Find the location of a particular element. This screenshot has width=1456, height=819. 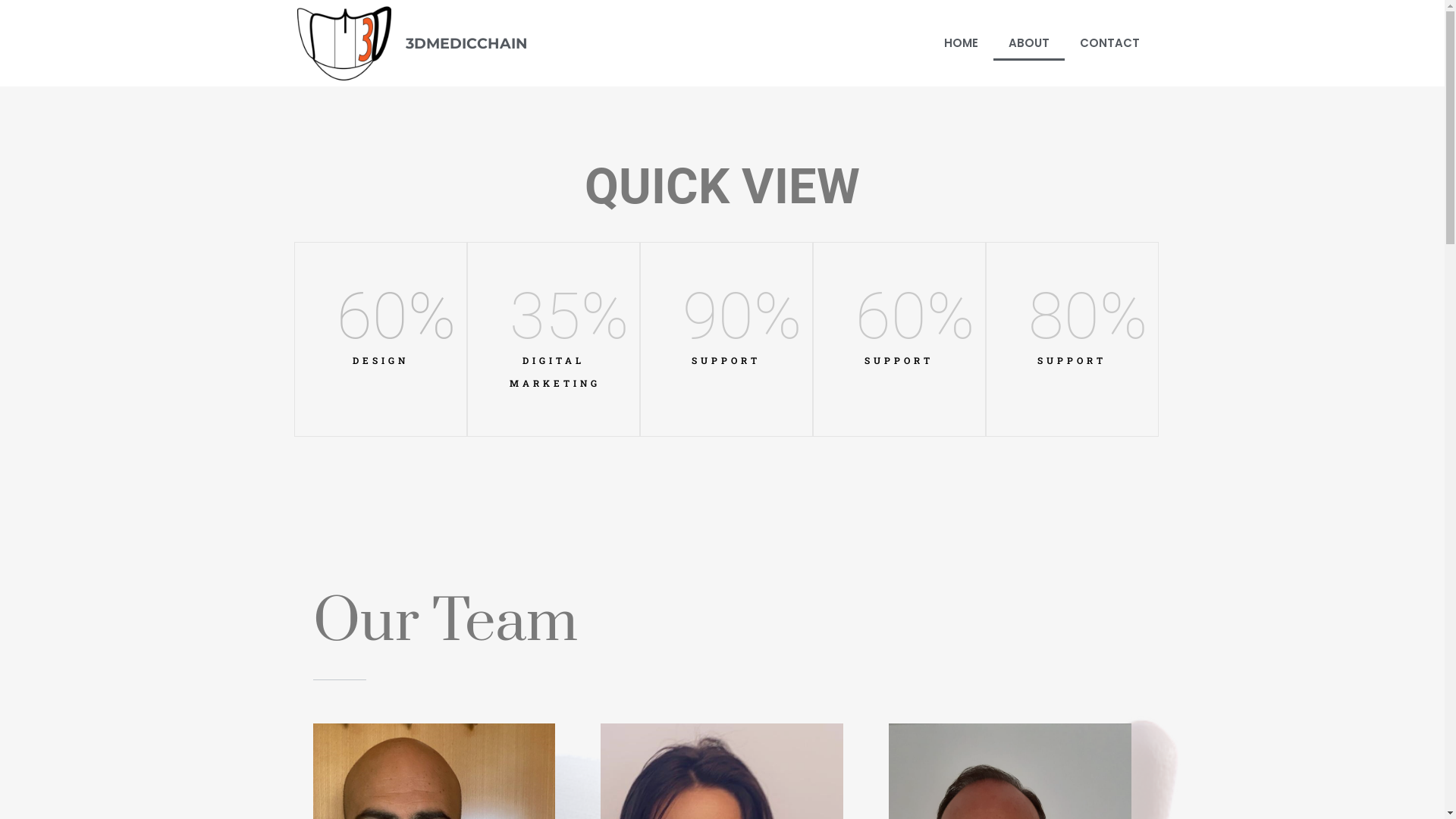

'CONTACT' is located at coordinates (1063, 42).